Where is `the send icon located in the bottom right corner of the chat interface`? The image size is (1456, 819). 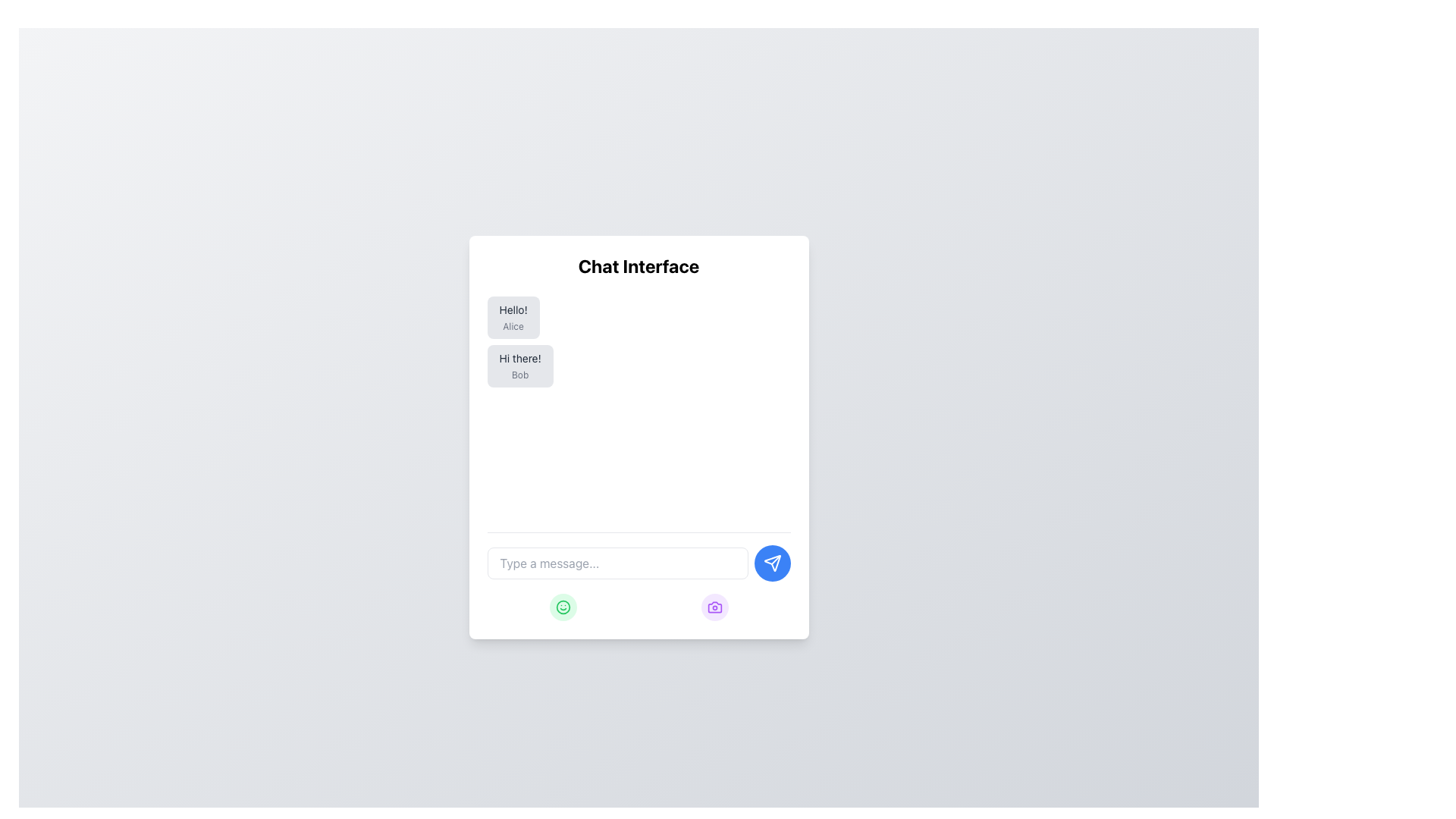
the send icon located in the bottom right corner of the chat interface is located at coordinates (772, 563).